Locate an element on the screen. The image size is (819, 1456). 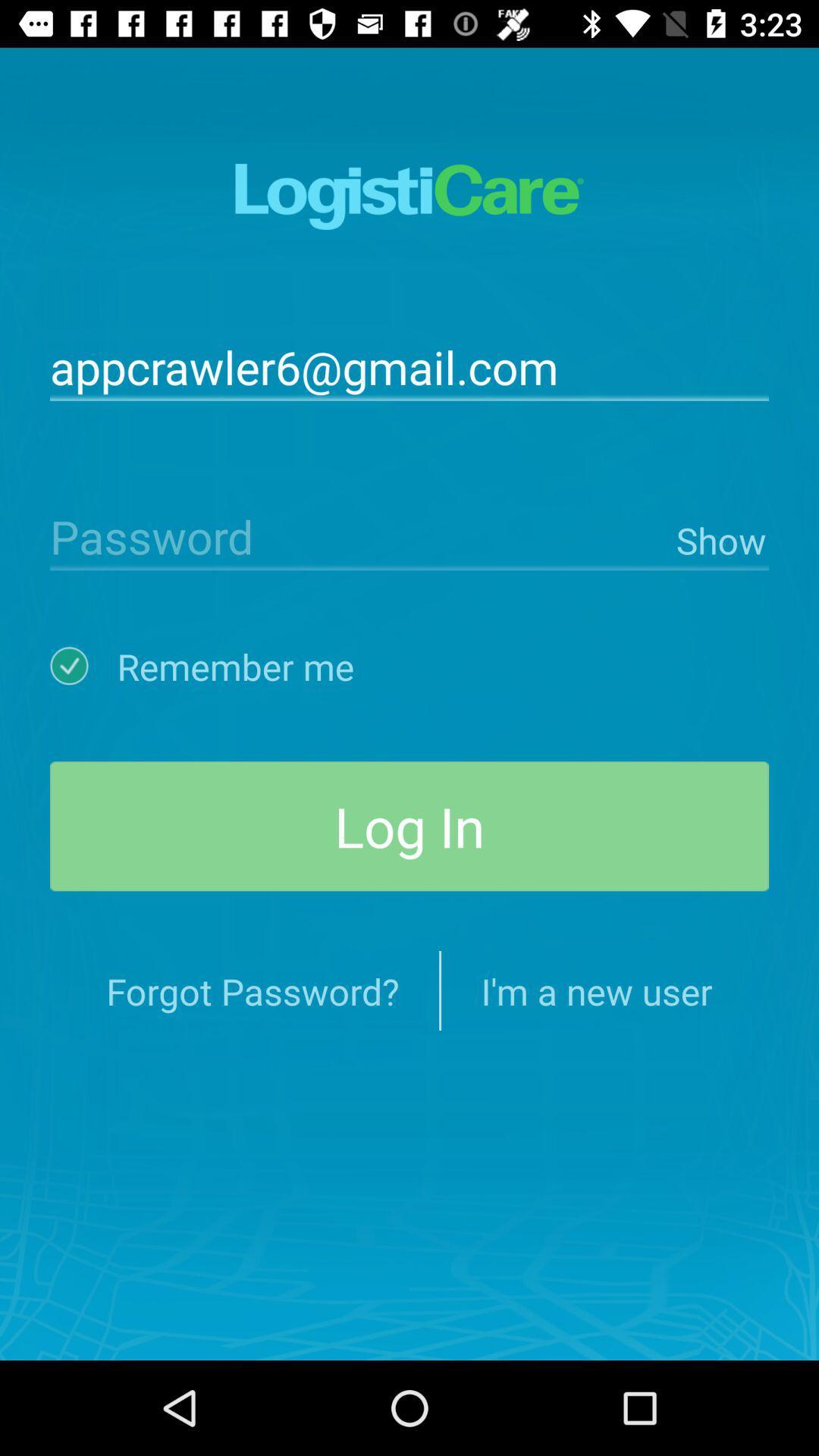
the forgot password? at the bottom left corner is located at coordinates (252, 990).